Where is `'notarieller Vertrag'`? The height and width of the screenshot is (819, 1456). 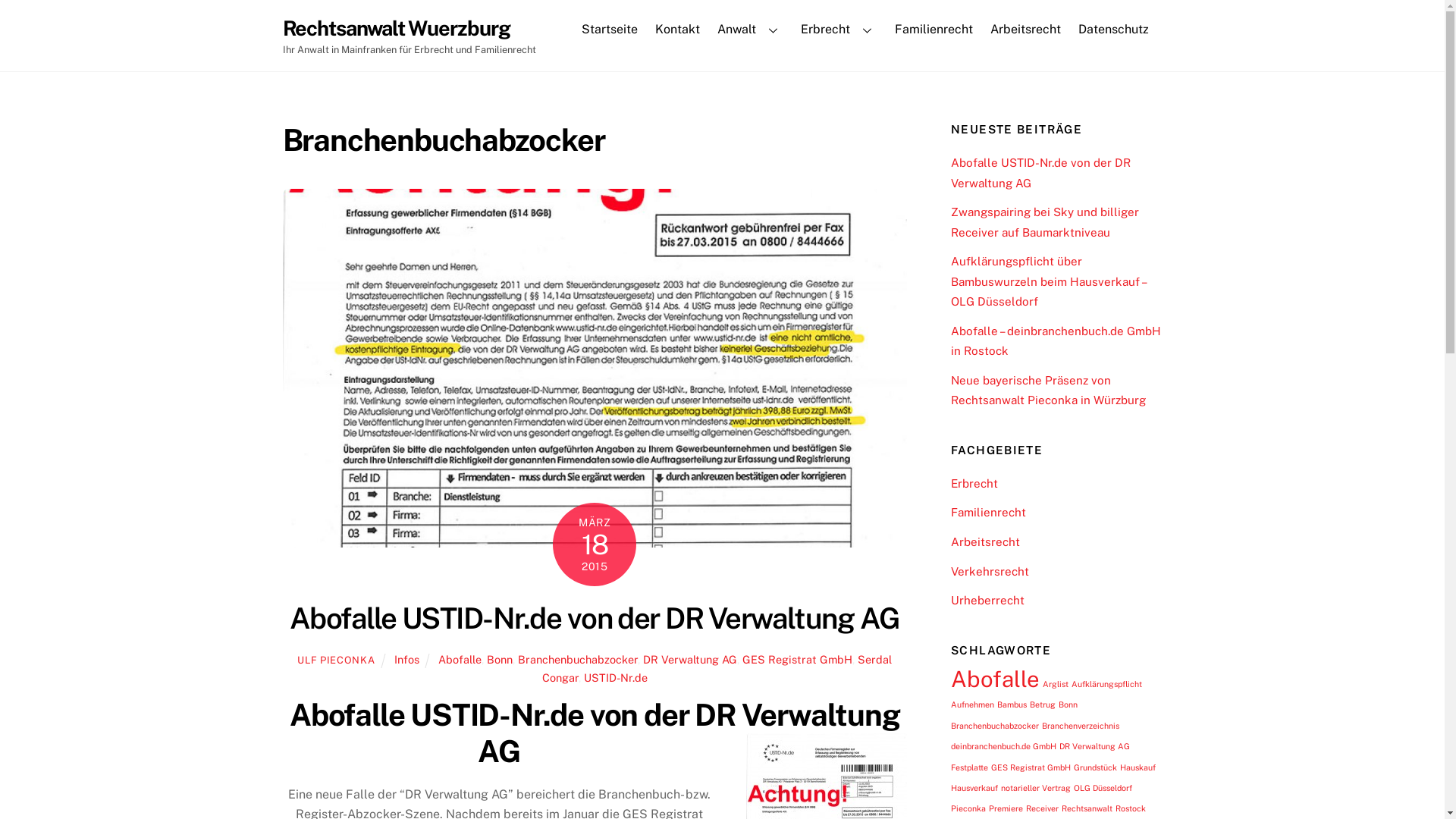
'notarieller Vertrag' is located at coordinates (1035, 786).